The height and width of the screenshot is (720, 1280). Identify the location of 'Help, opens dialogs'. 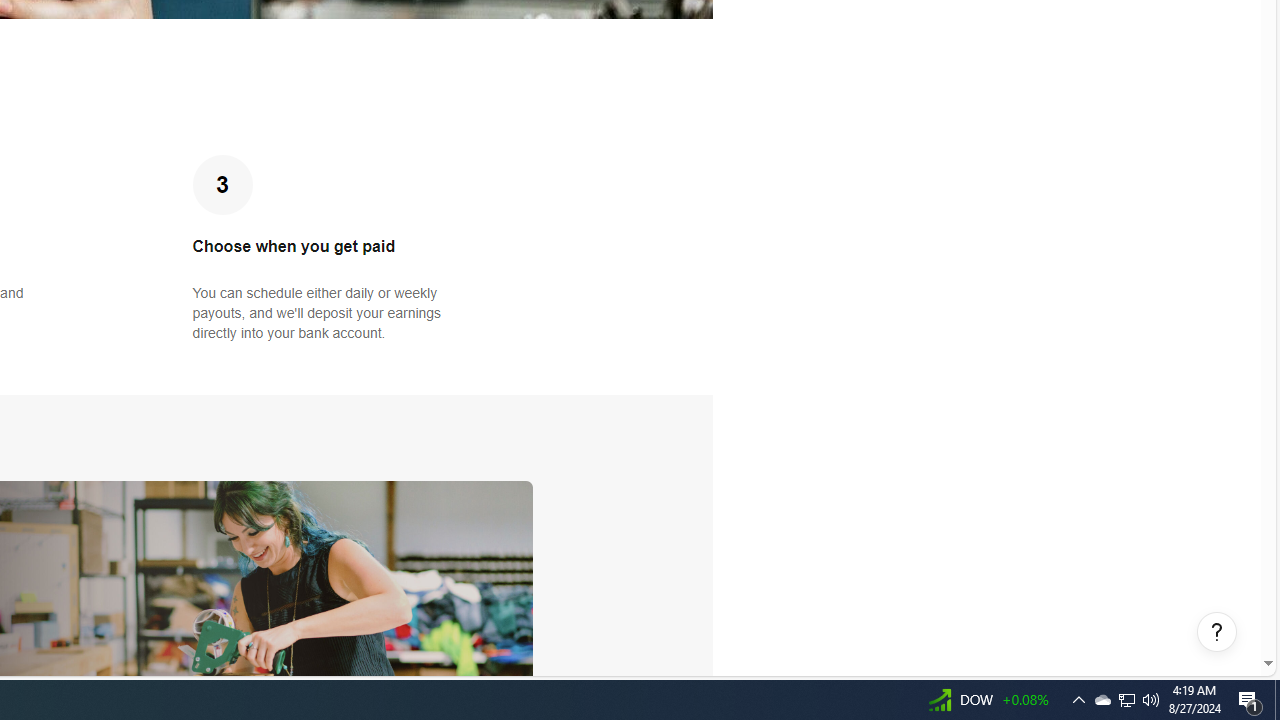
(1216, 632).